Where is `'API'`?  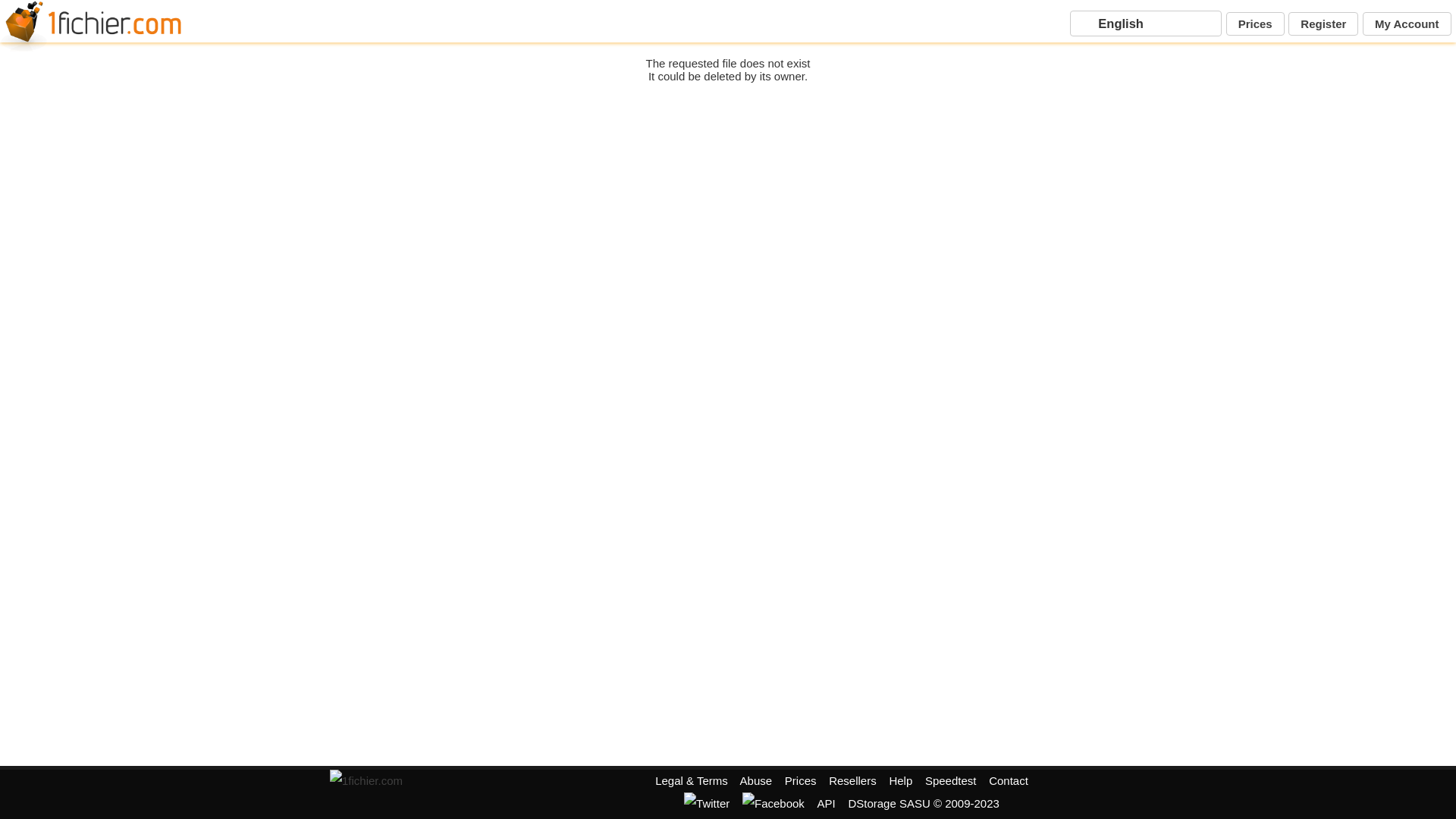
'API' is located at coordinates (825, 802).